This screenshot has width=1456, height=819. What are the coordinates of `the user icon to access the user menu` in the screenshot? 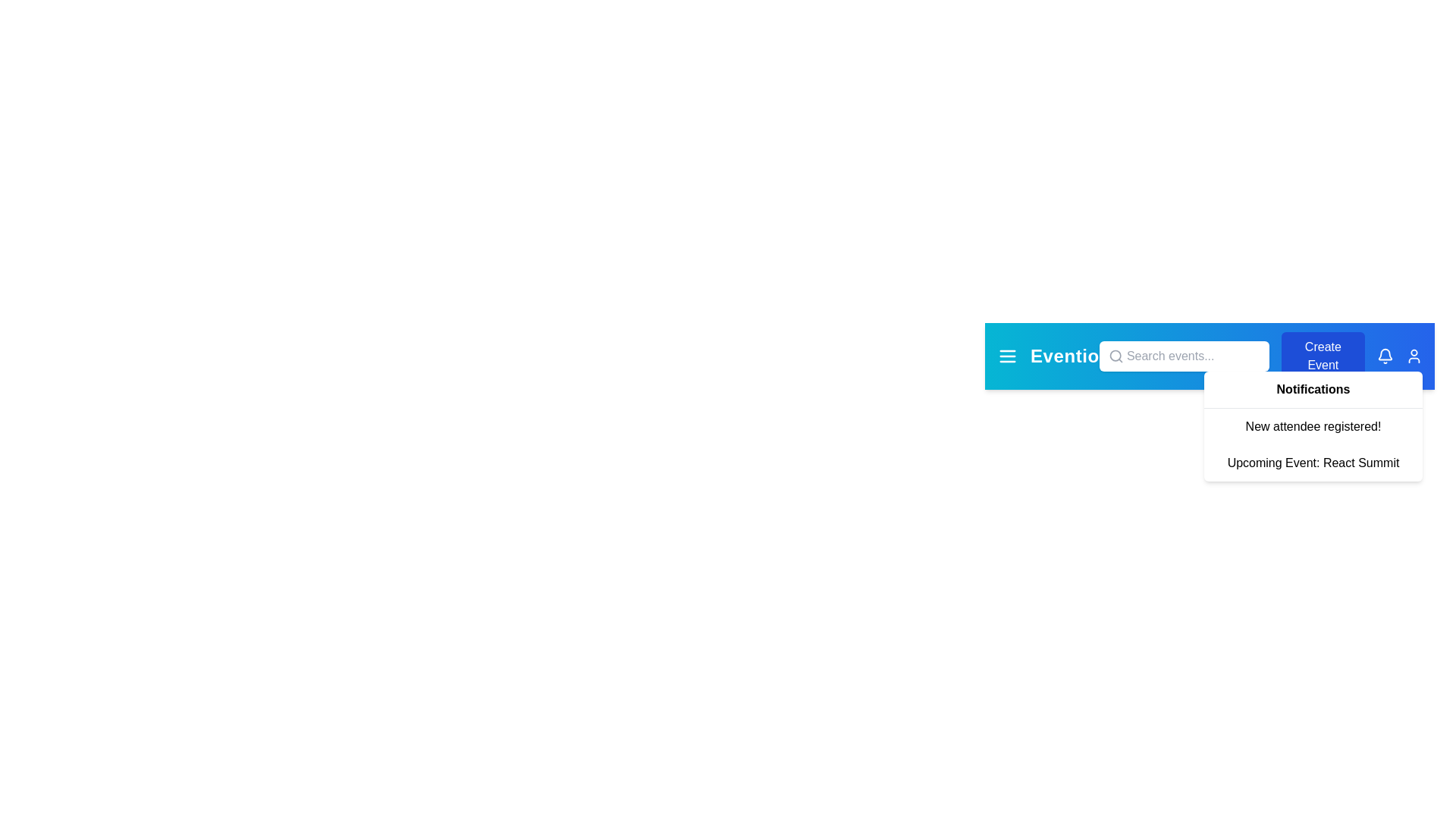 It's located at (1413, 356).